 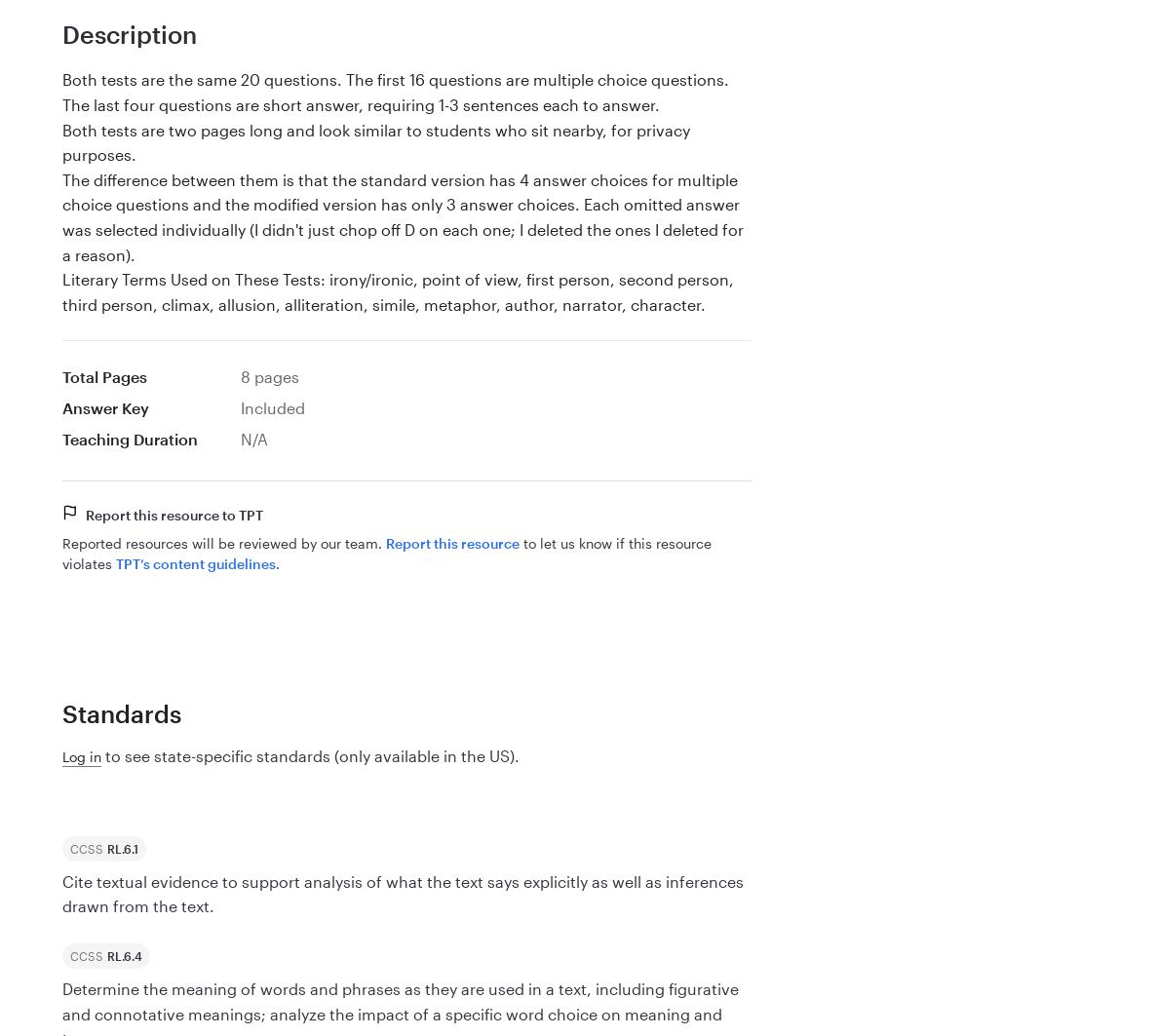 What do you see at coordinates (222, 542) in the screenshot?
I see `'Reported resources will be reviewed by our team.'` at bounding box center [222, 542].